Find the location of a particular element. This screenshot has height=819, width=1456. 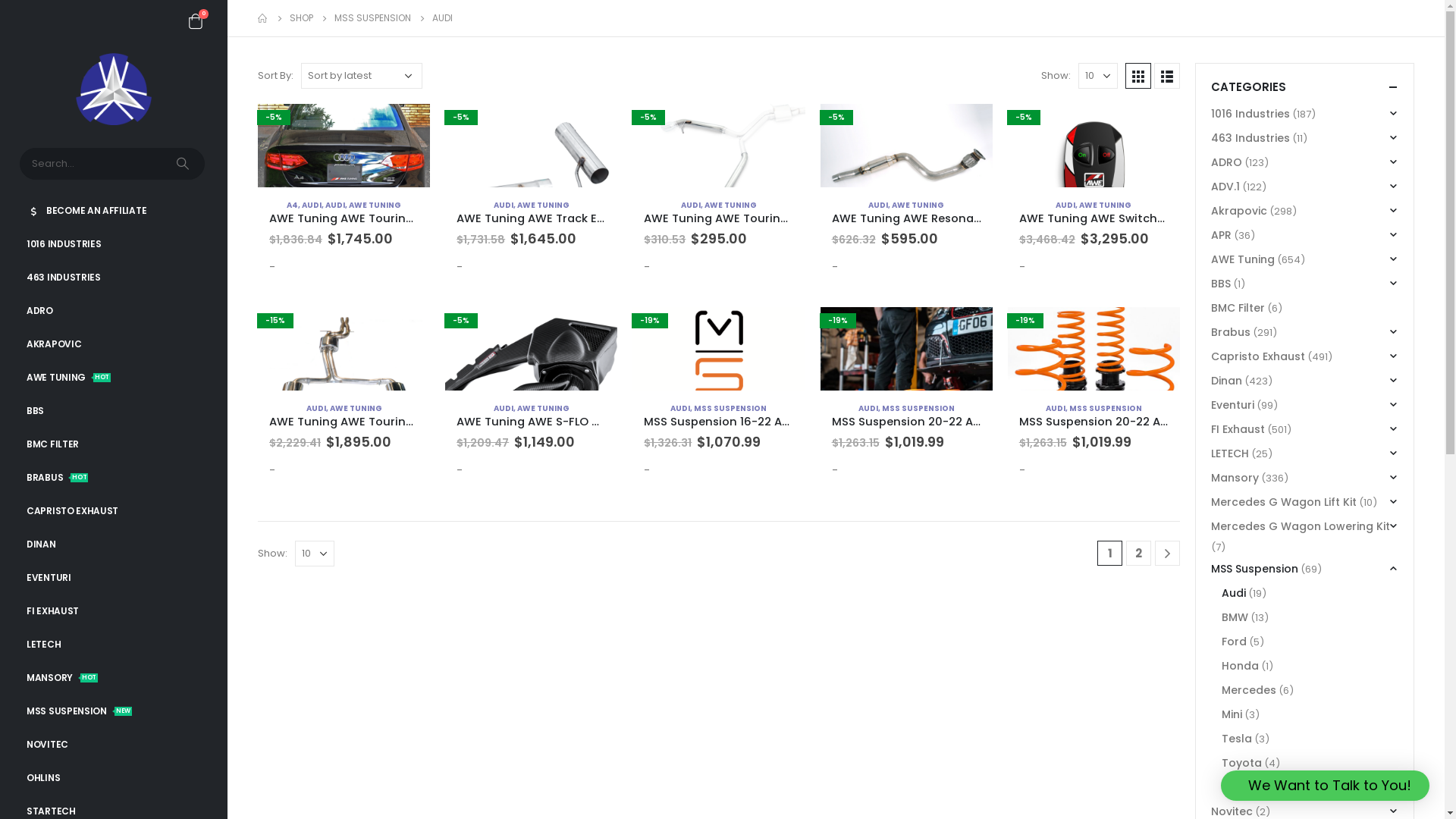

'2' is located at coordinates (1125, 553).